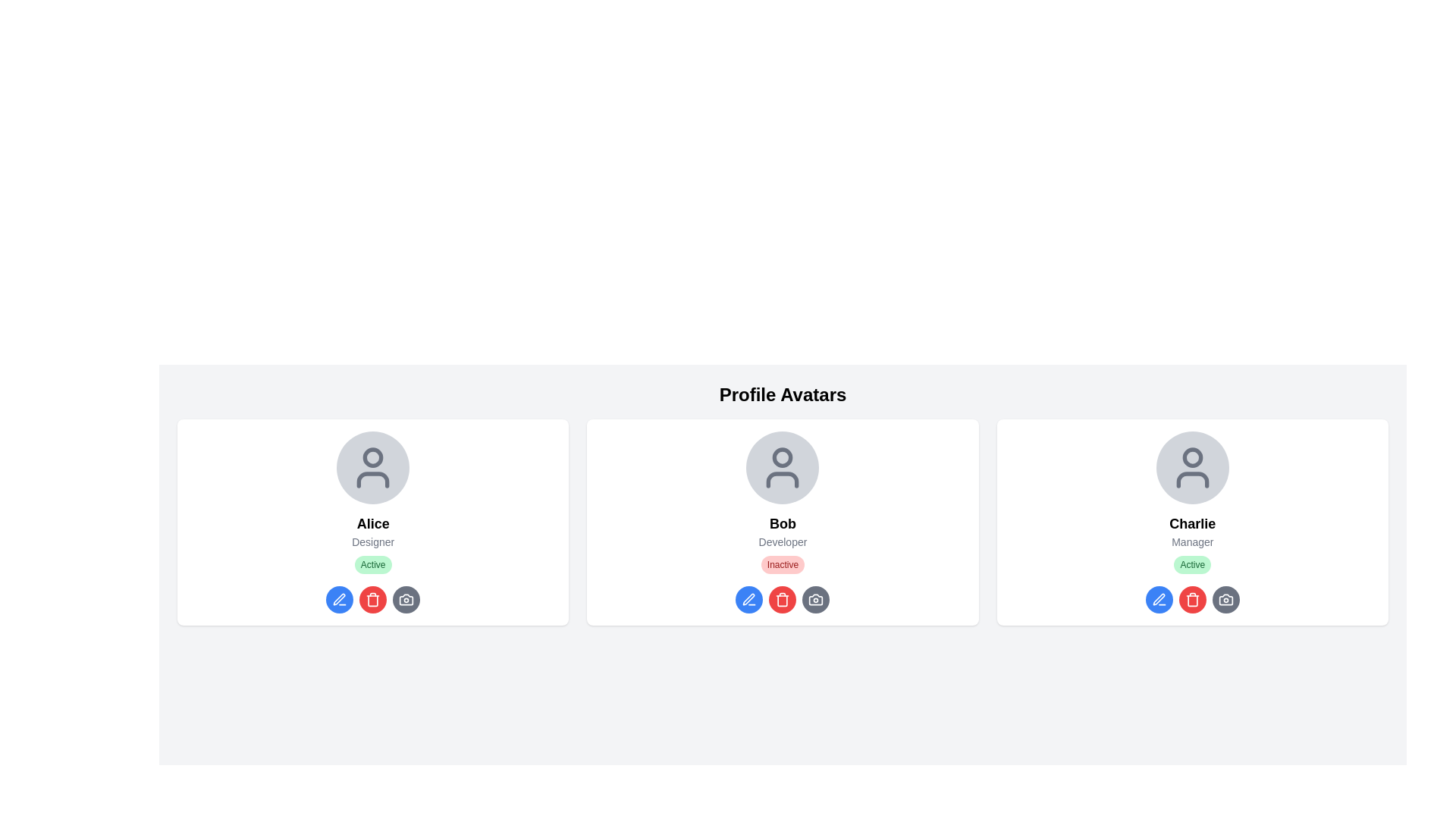  What do you see at coordinates (783, 467) in the screenshot?
I see `the profile avatar icon located in the middle profile card above the name 'Bob' and the role 'Developer'` at bounding box center [783, 467].